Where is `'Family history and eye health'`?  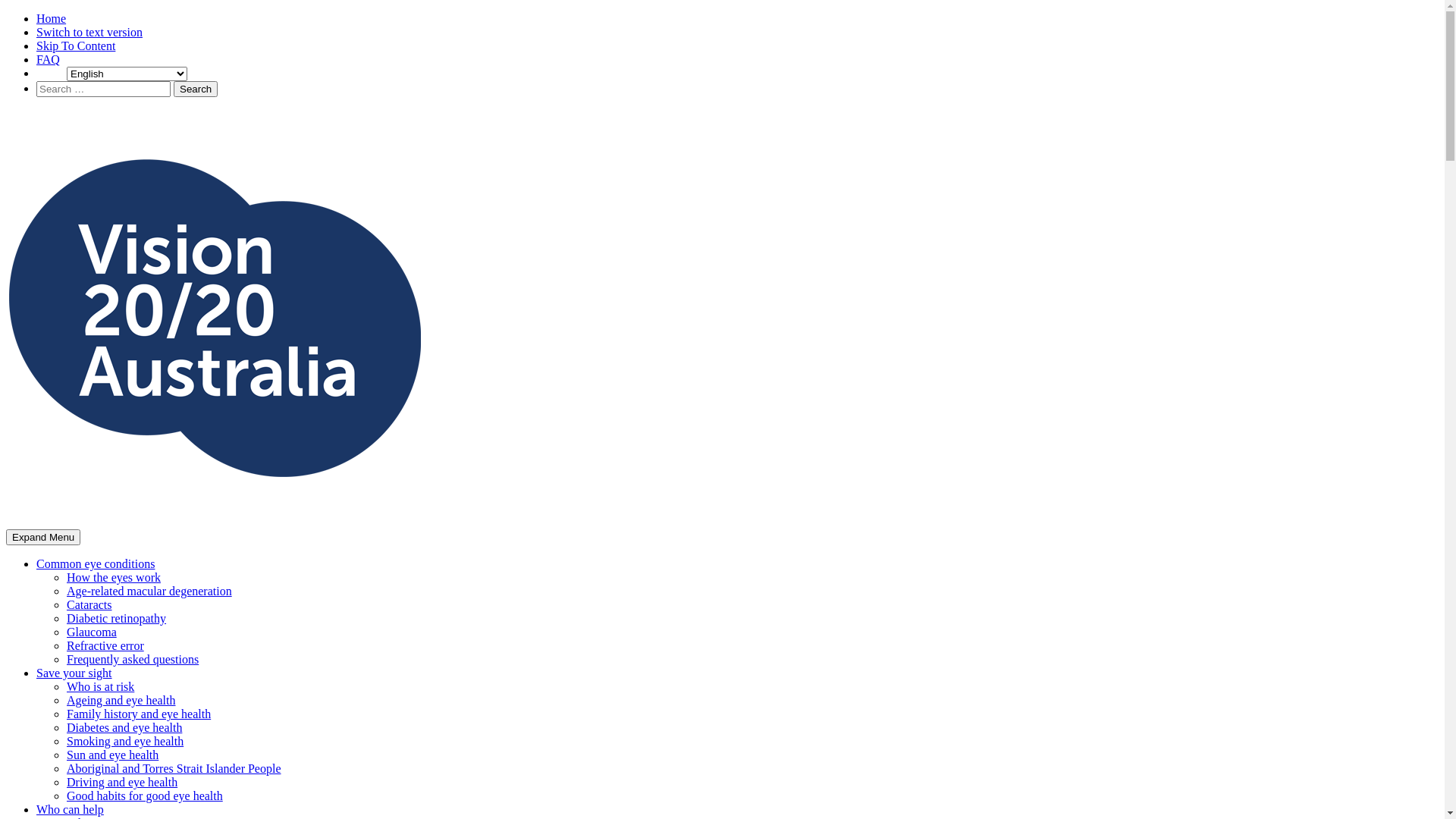
'Family history and eye health' is located at coordinates (138, 714).